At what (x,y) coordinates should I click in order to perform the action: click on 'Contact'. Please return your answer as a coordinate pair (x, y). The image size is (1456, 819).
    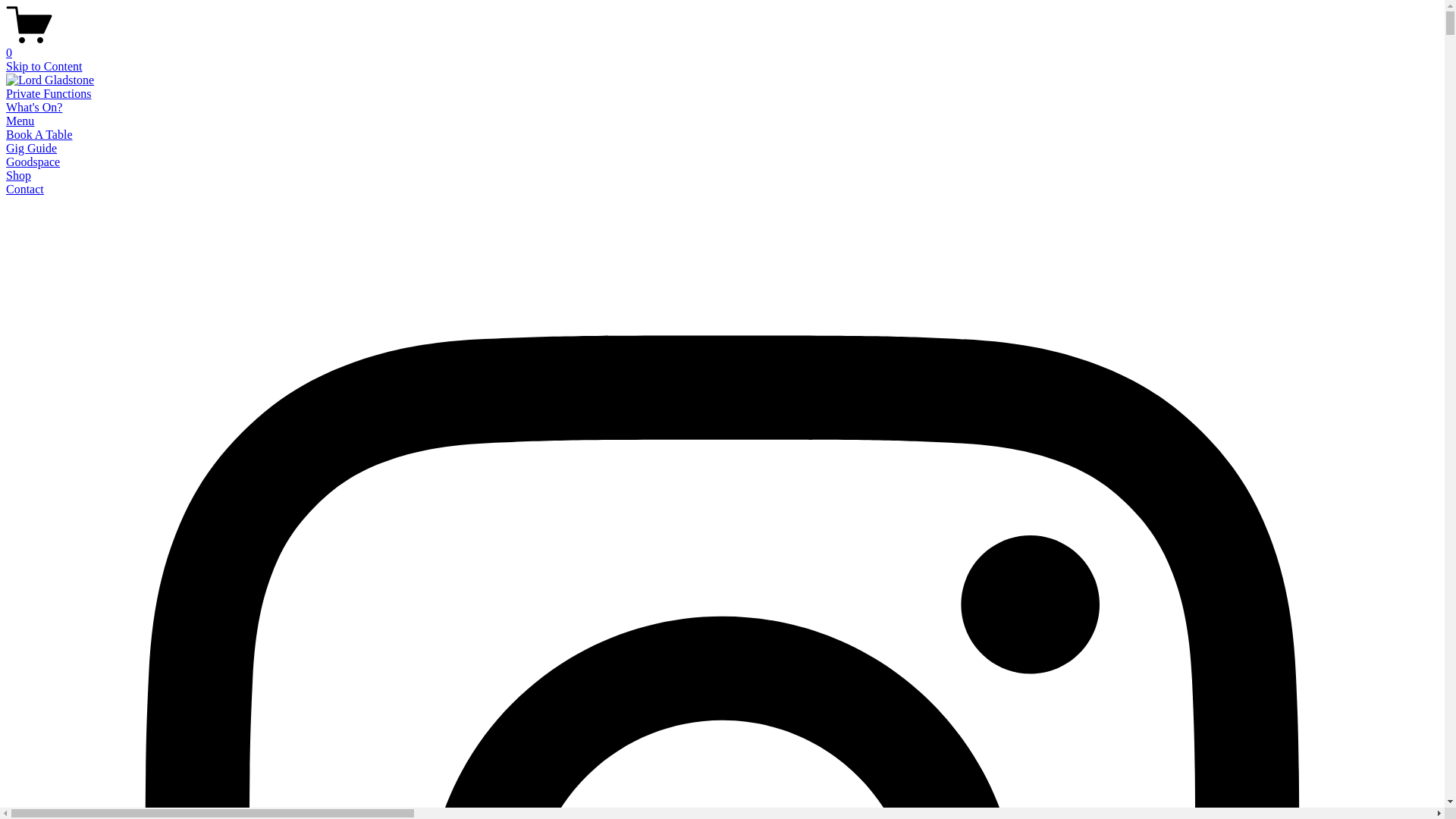
    Looking at the image, I should click on (25, 188).